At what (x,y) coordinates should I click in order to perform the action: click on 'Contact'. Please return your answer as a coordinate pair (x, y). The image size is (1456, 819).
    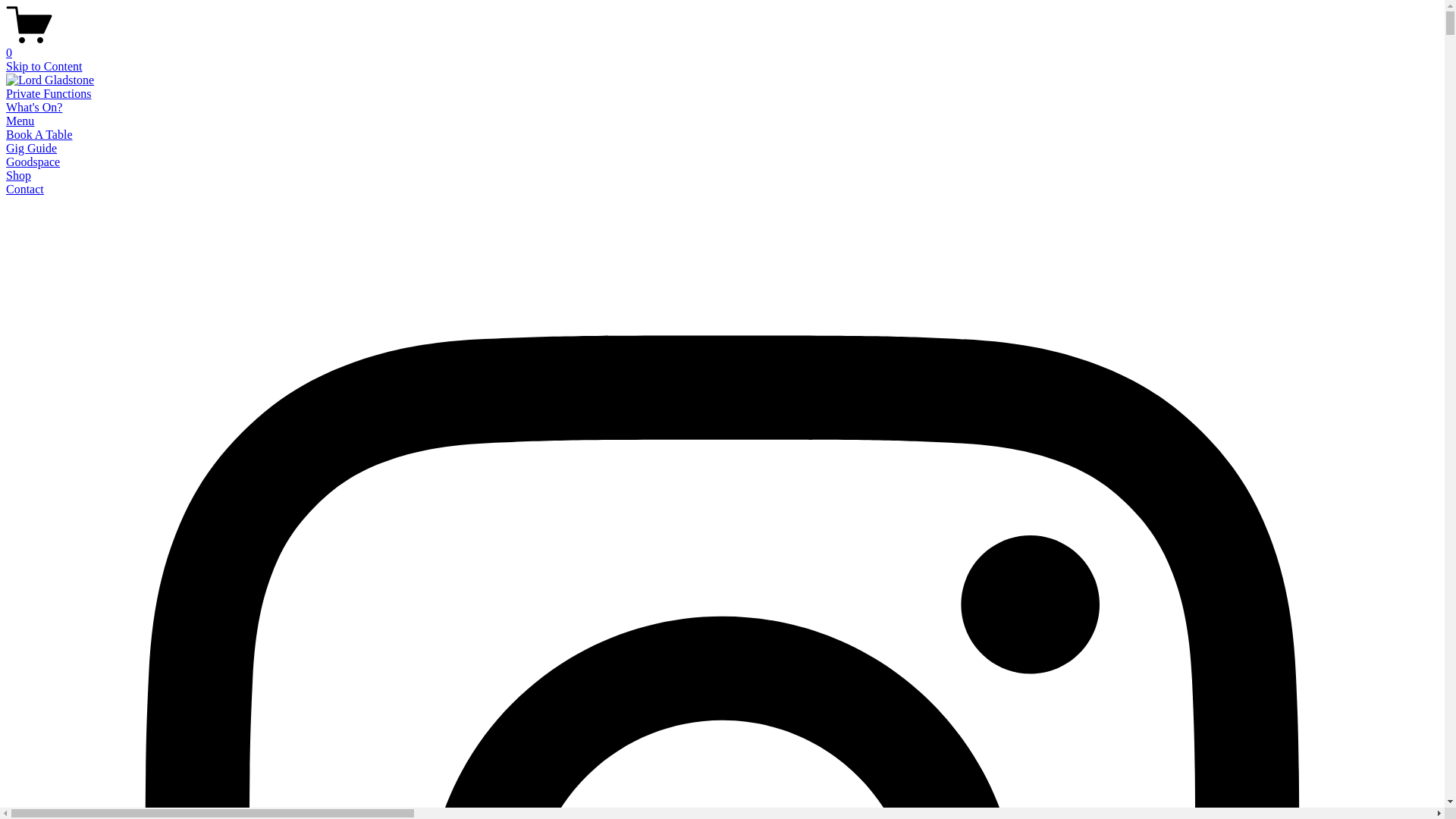
    Looking at the image, I should click on (25, 188).